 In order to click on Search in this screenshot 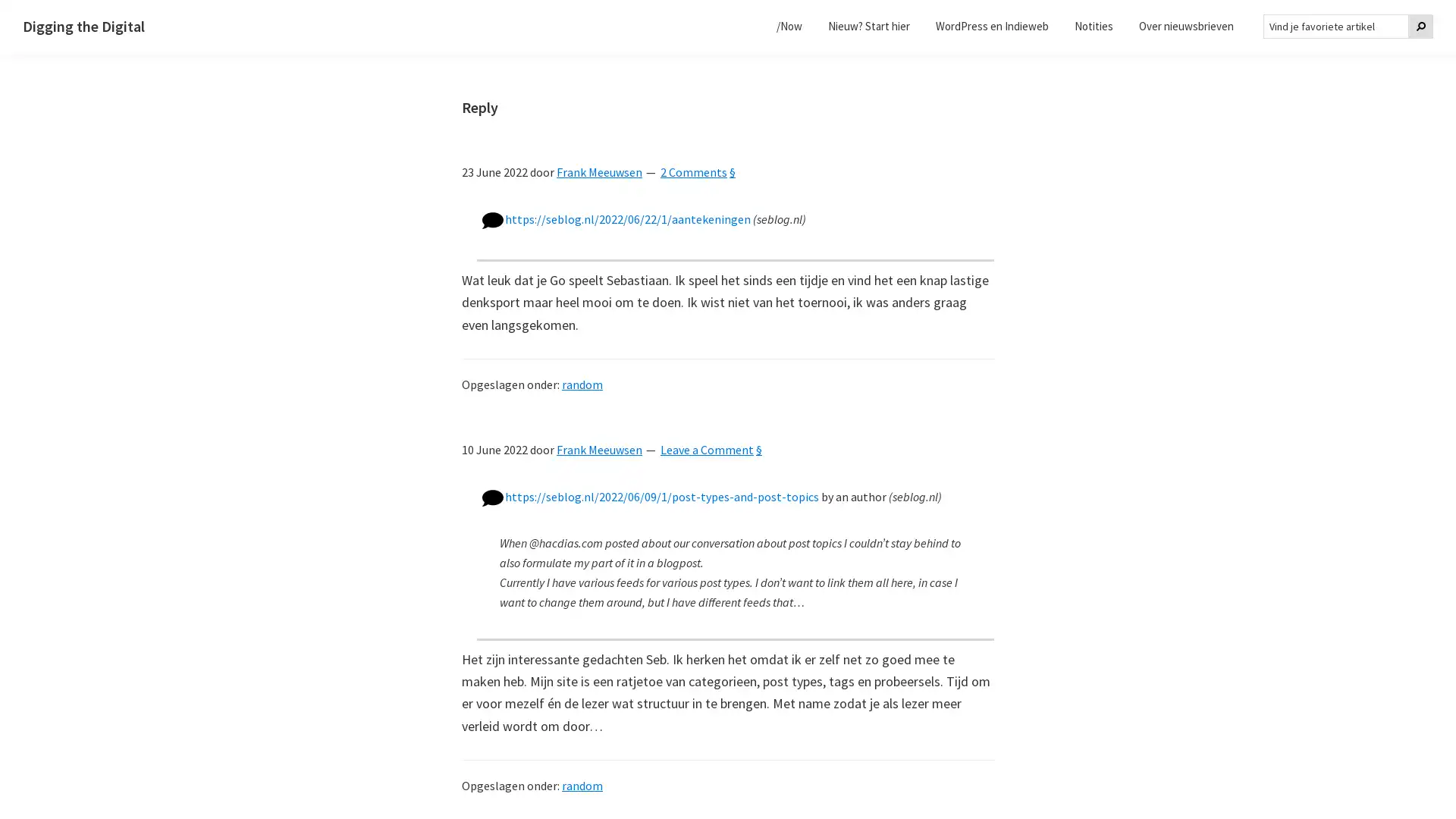, I will do `click(1420, 26)`.